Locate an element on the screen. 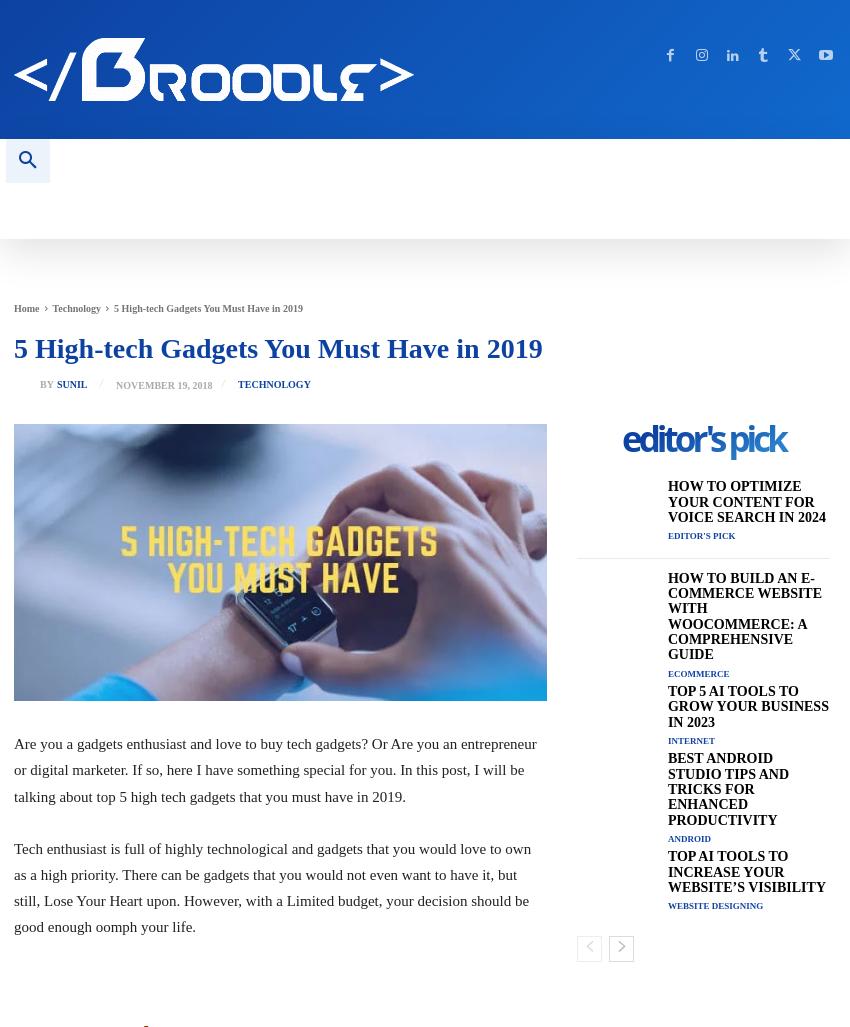 The height and width of the screenshot is (1027, 850). 'Tech enthusiast is full of highly technological and gadgets that you would love to own as a high priority. There can be gadgets that you would not even want to have it, but still, Lose Your Heart upon. However, with a Limited budget, your decision should be good enough oomph your life.' is located at coordinates (13, 886).